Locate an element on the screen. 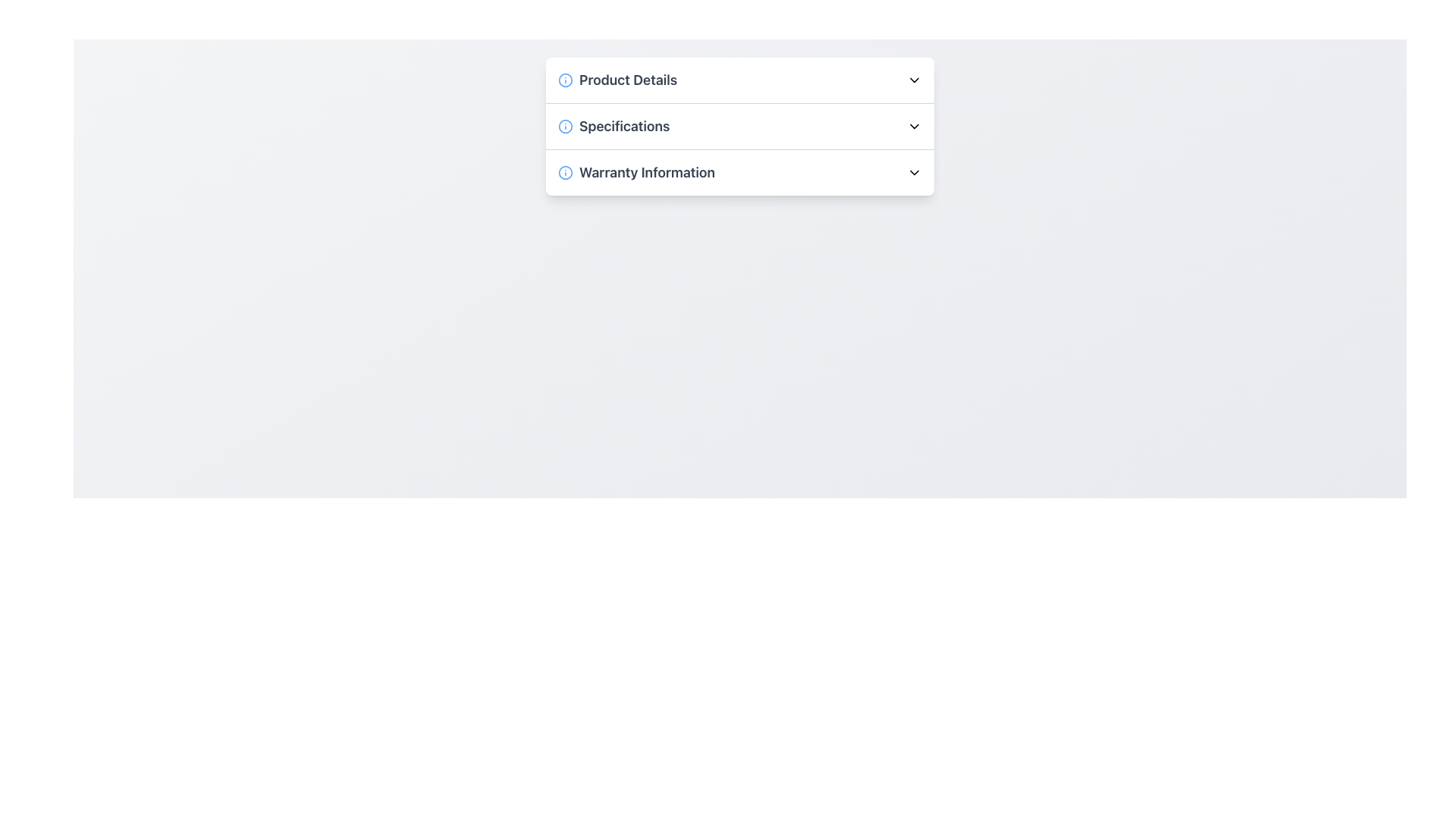 This screenshot has height=819, width=1456. the title element of the collapsible section that reveals additional product information, located at the top of the panel with 'Specifications' and 'Warranty Information' is located at coordinates (617, 80).